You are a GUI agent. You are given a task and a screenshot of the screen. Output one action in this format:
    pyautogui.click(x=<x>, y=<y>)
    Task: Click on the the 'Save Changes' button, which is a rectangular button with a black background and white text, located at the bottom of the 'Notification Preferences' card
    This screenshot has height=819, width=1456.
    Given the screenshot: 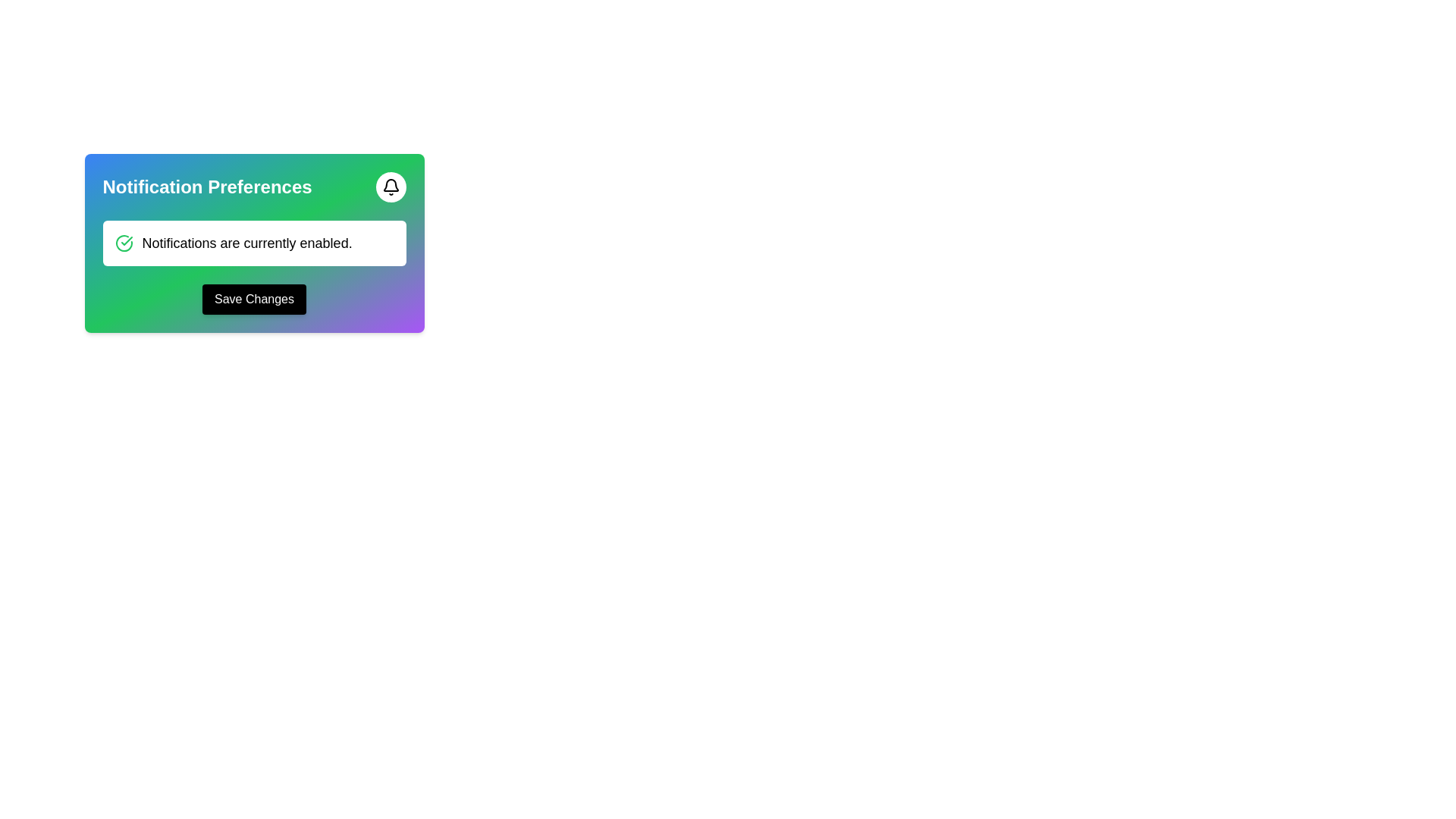 What is the action you would take?
    pyautogui.click(x=254, y=299)
    